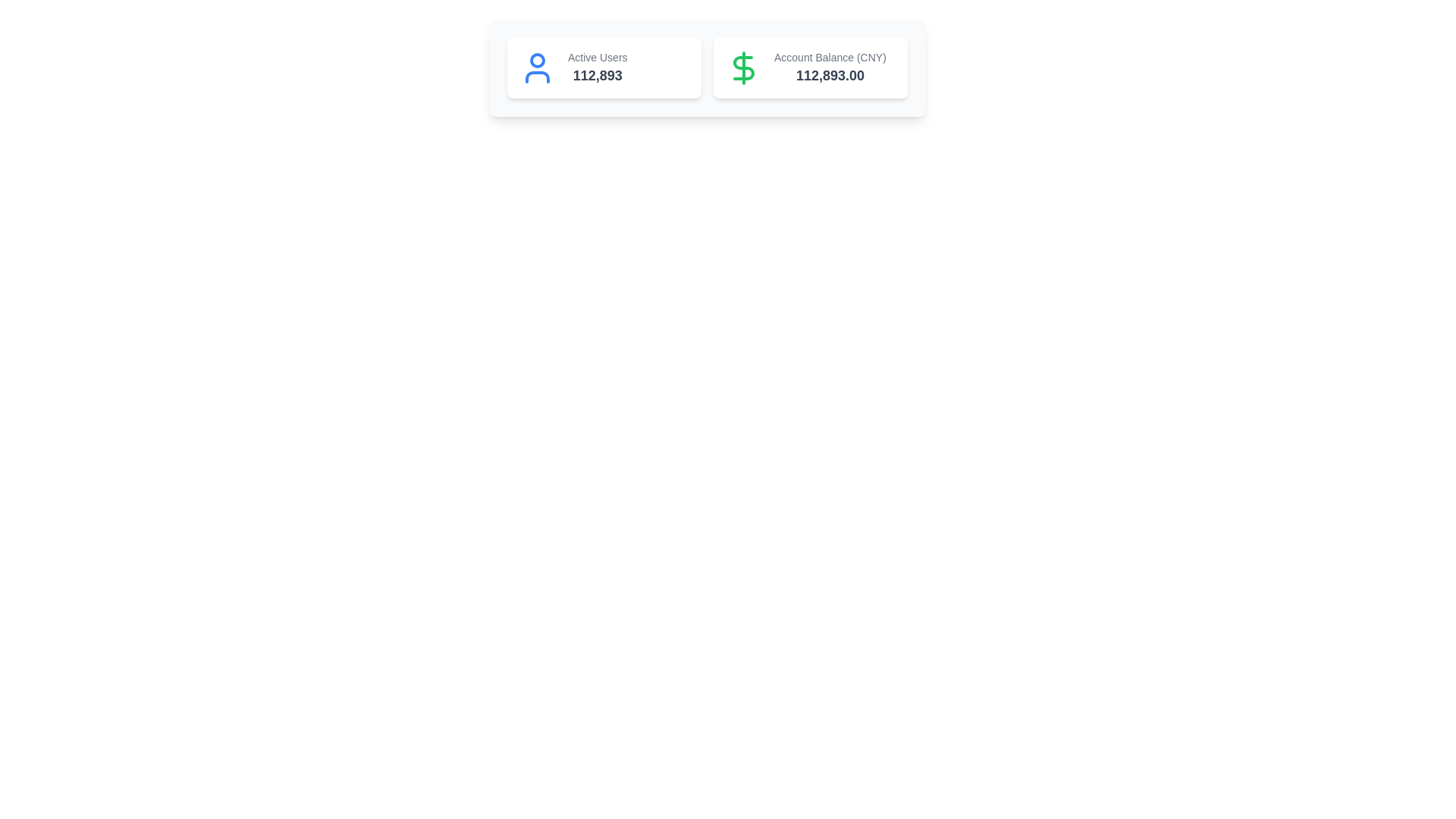  What do you see at coordinates (597, 57) in the screenshot?
I see `the Text Label indicating the number of active users, which is positioned centrally above the numerical figure '112,893'` at bounding box center [597, 57].